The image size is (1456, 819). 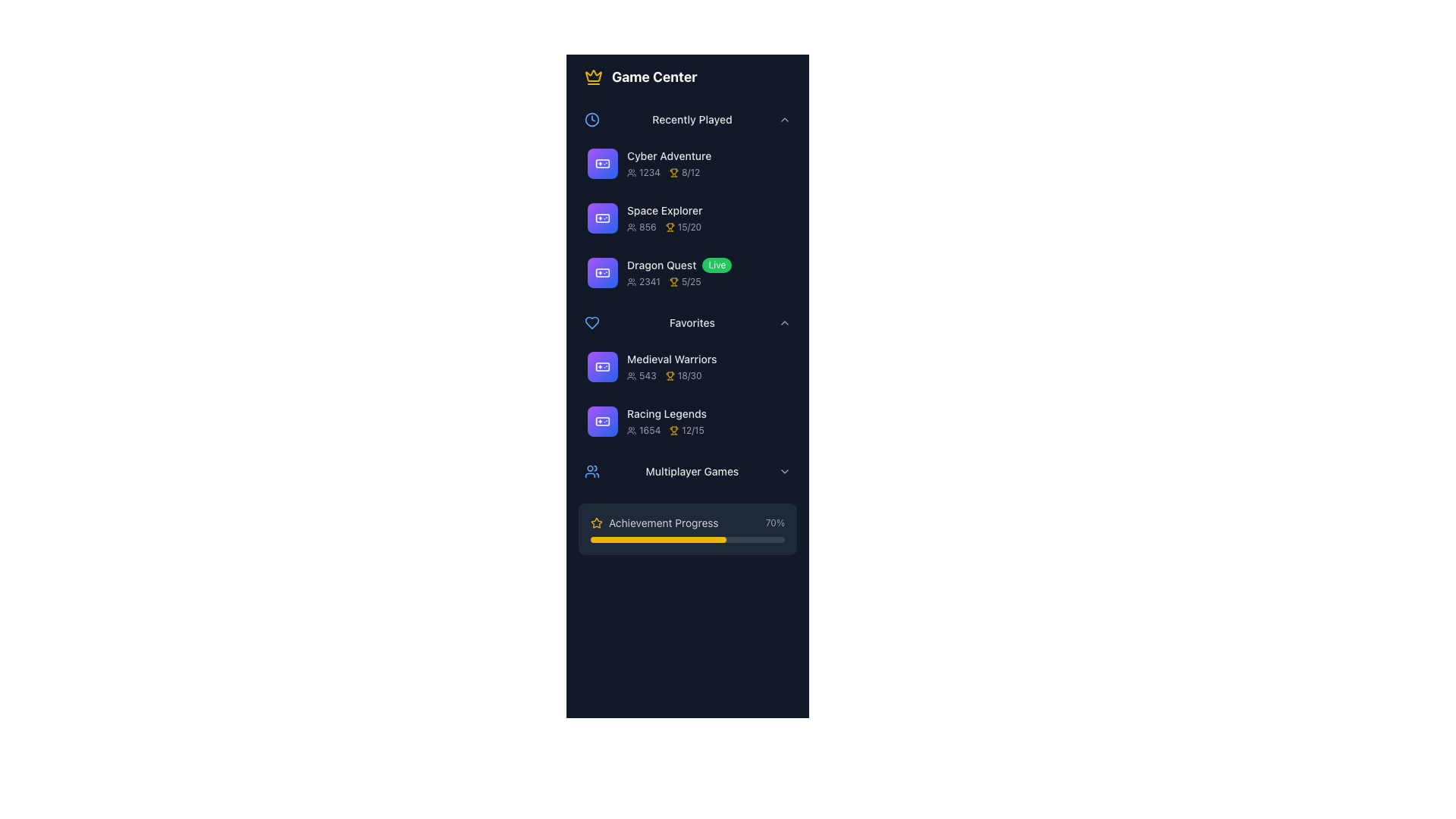 What do you see at coordinates (689, 375) in the screenshot?
I see `text label displaying '18/30' that is part of the 'Medieval Warriors' item in the 'Favorites' section, positioned to the right of the trophy count` at bounding box center [689, 375].